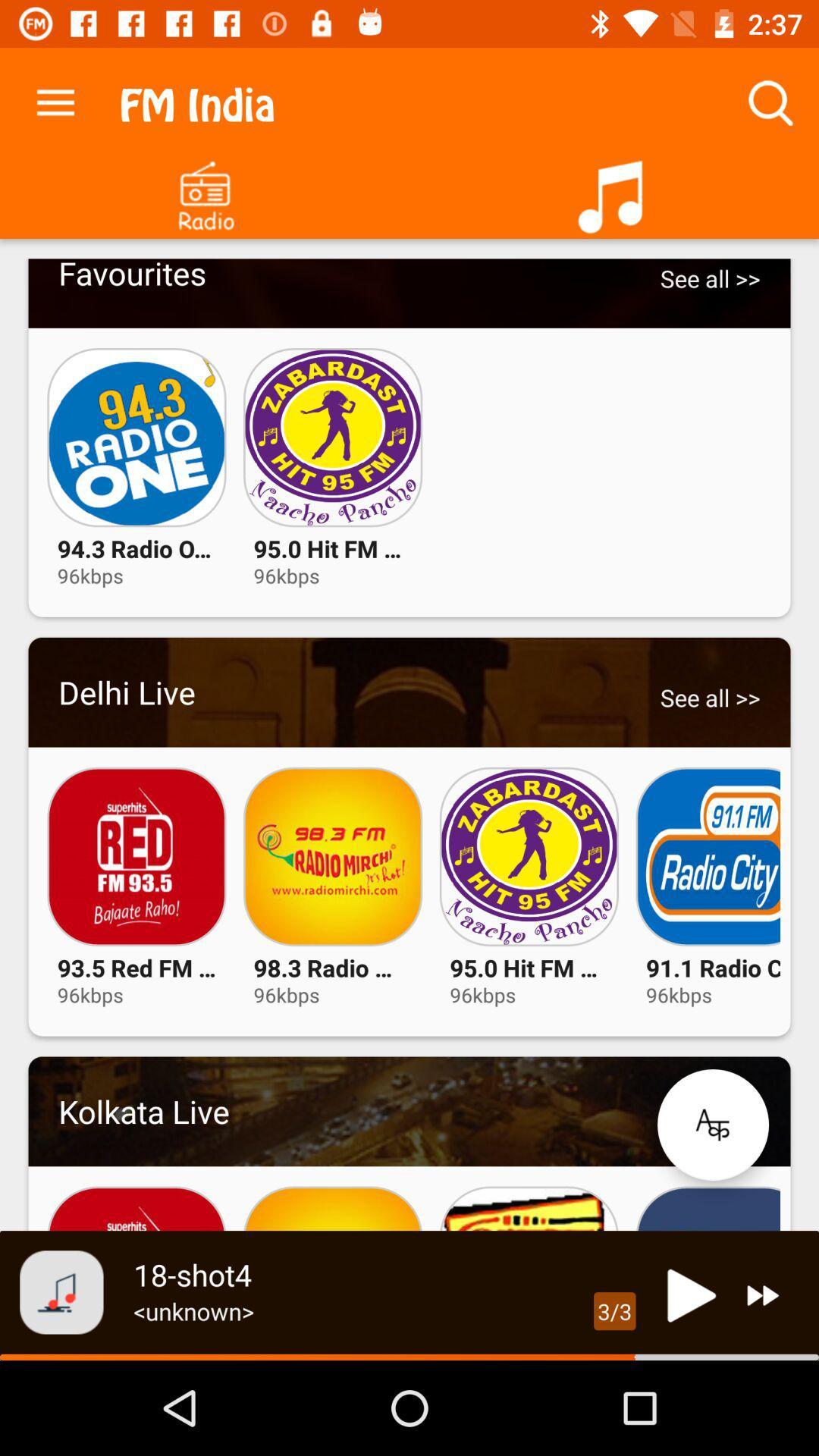 The image size is (819, 1456). What do you see at coordinates (205, 190) in the screenshot?
I see `radio option` at bounding box center [205, 190].